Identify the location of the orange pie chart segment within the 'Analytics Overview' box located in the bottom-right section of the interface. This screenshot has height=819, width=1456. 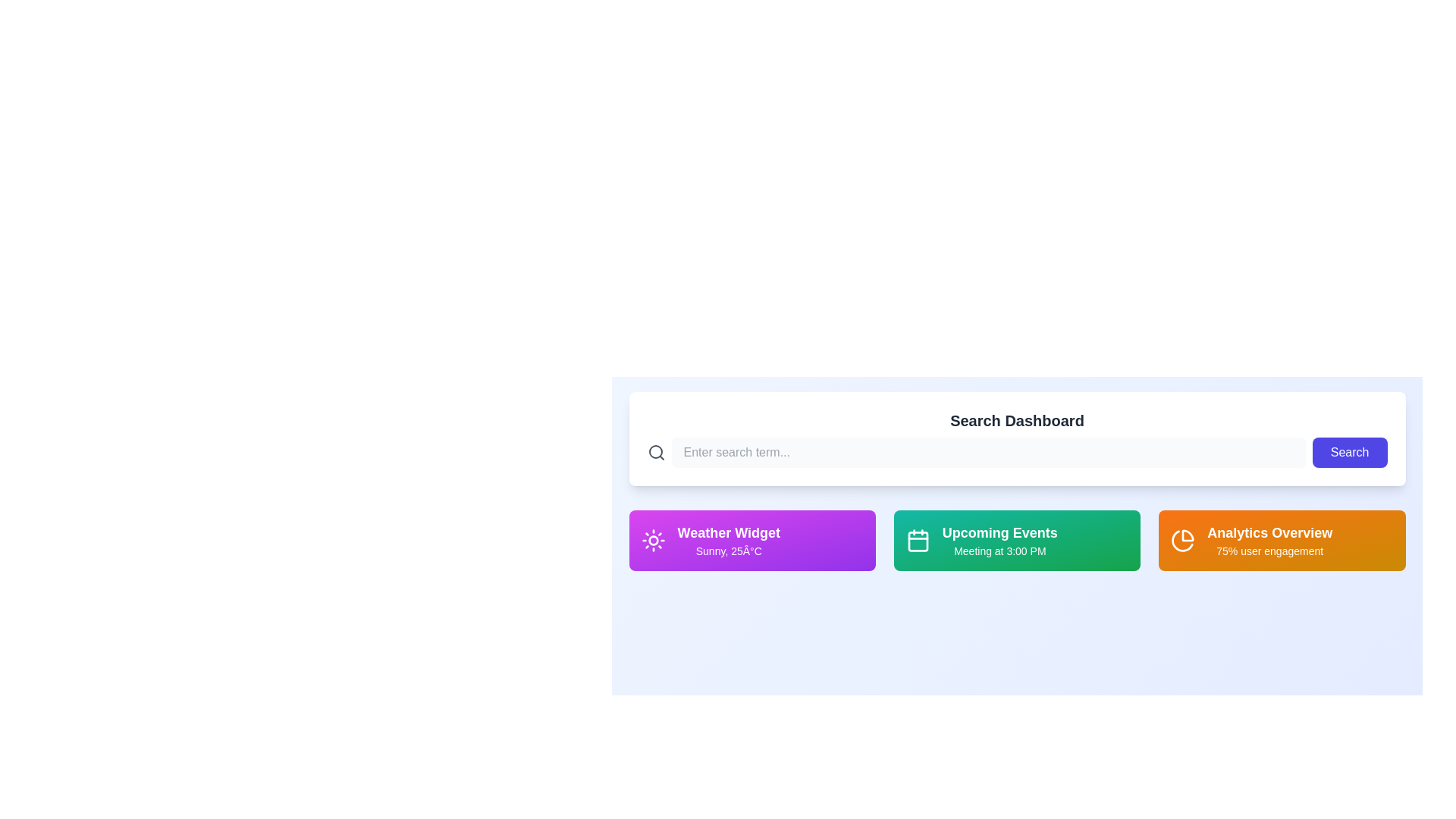
(1181, 540).